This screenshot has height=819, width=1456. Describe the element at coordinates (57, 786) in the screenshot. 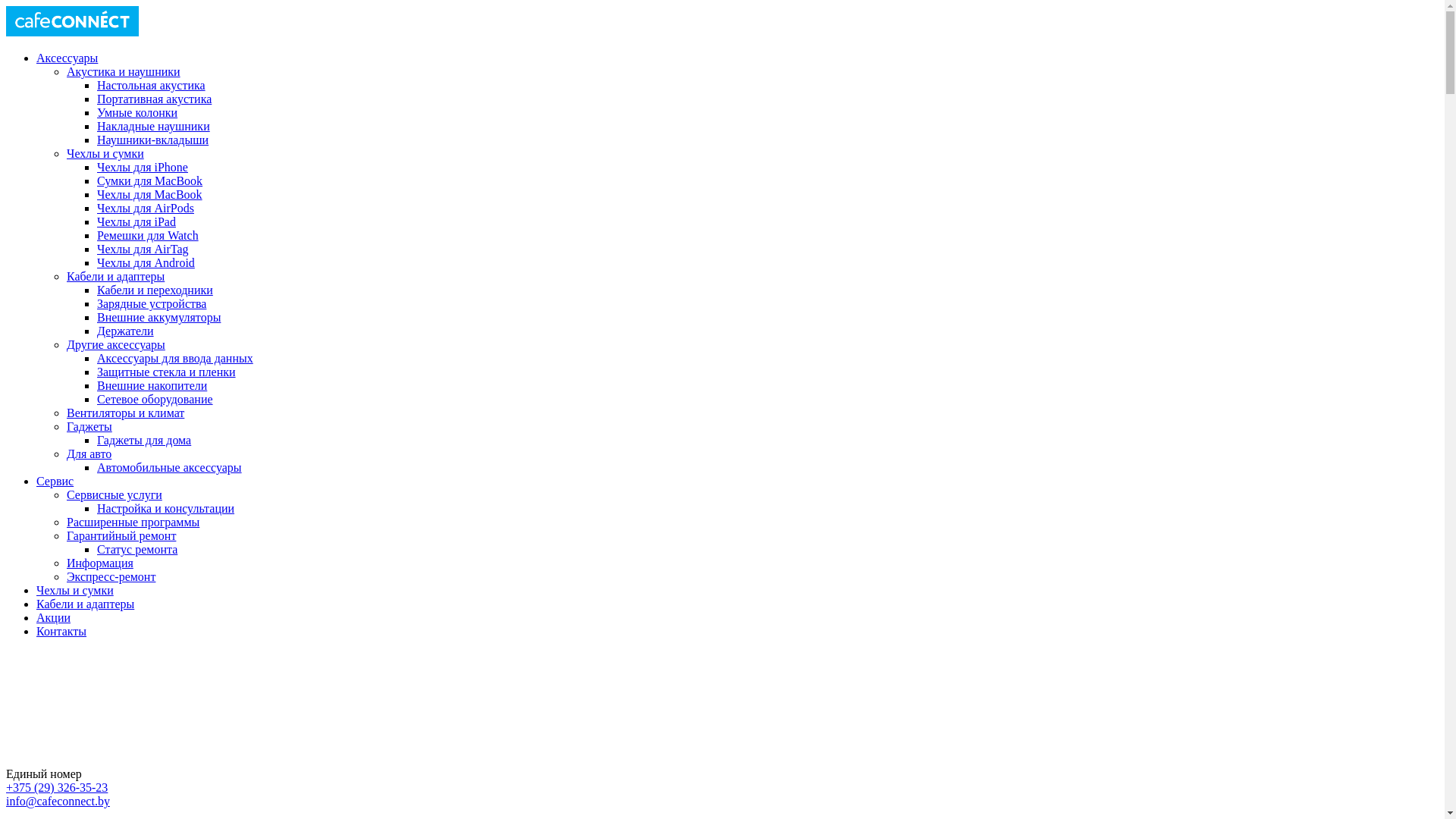

I see `'+375 (29) 326-35-23'` at that location.